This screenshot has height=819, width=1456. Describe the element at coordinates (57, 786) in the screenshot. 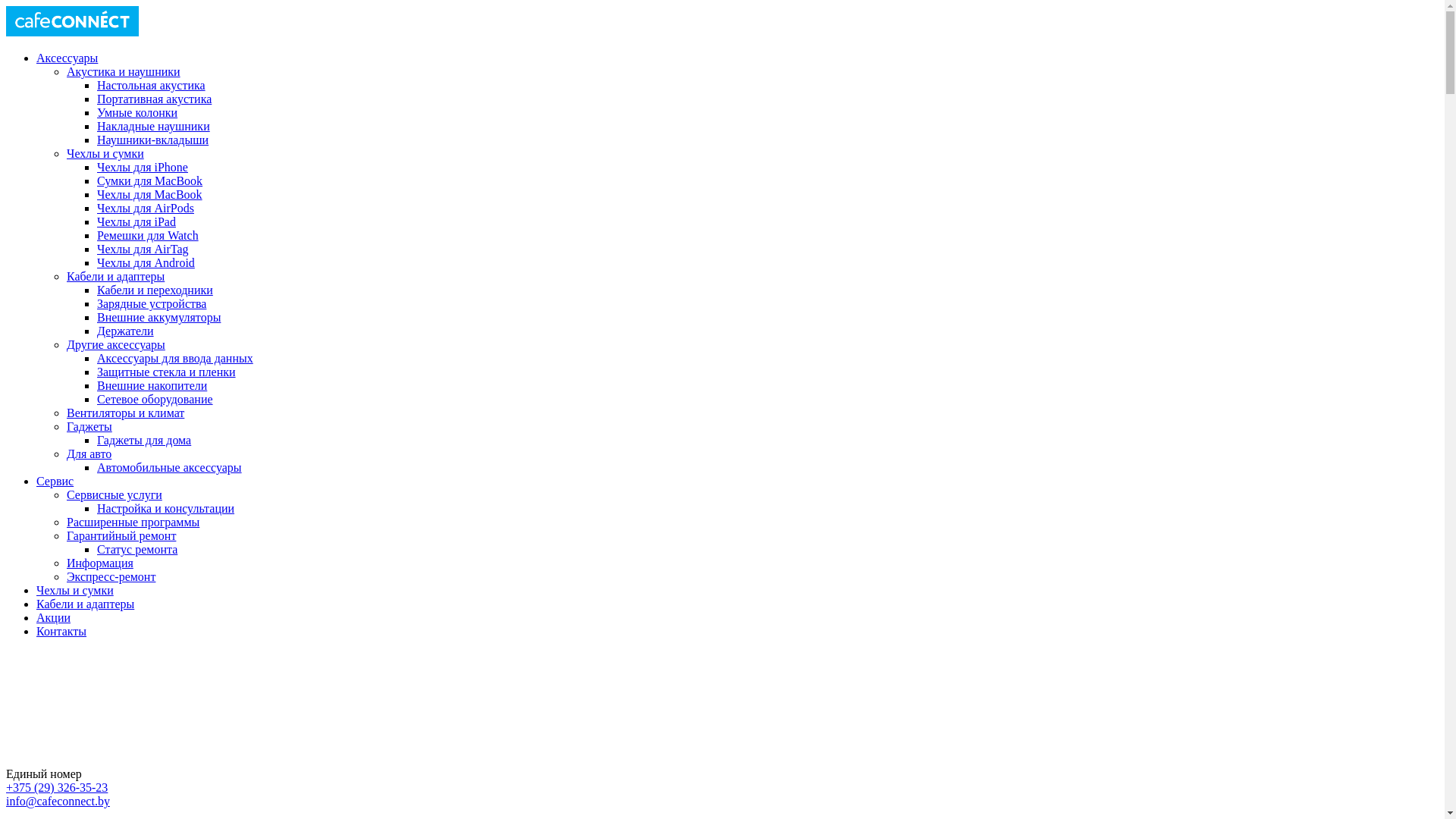

I see `'+375 (29) 326-35-23'` at that location.